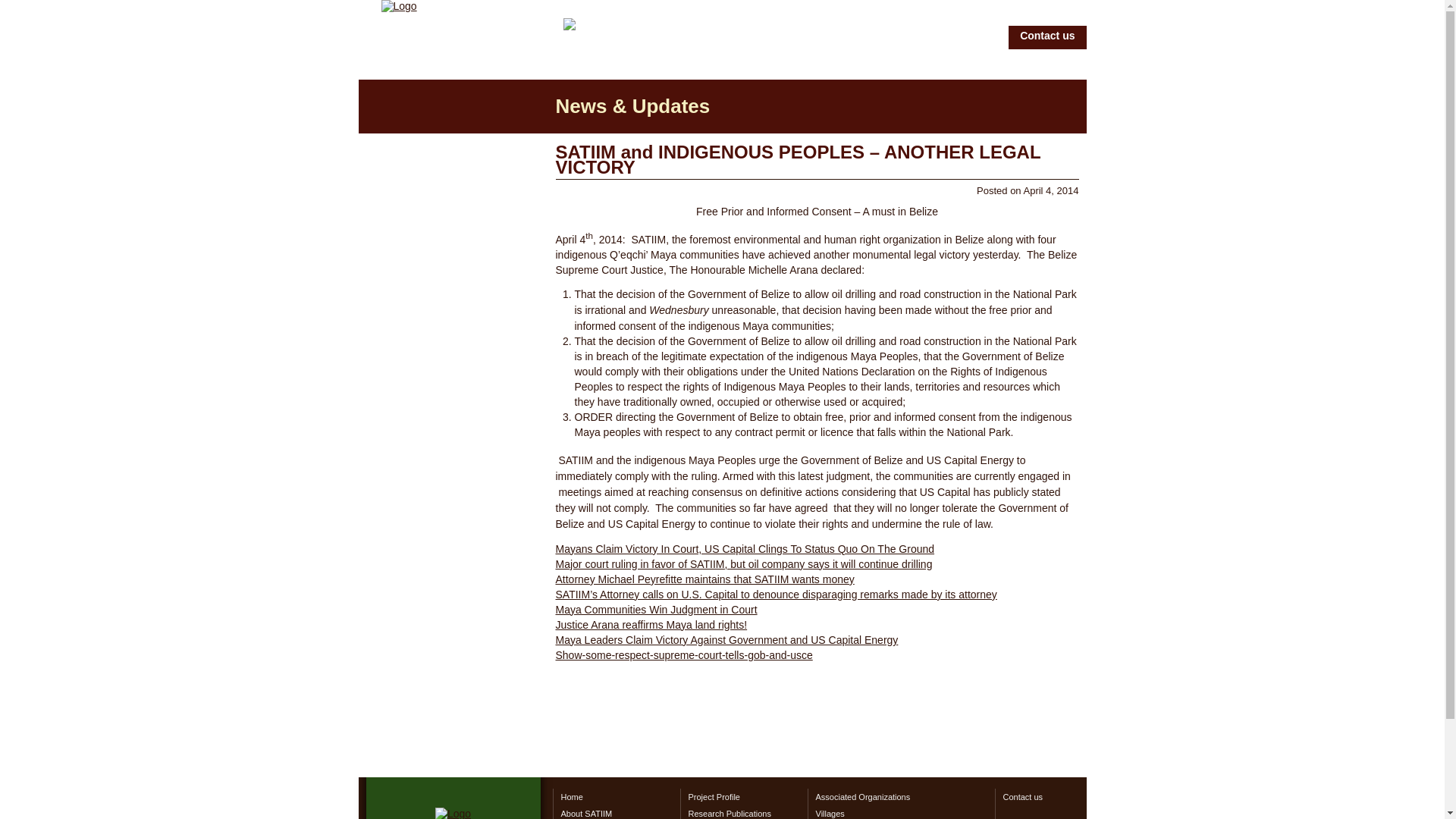 The height and width of the screenshot is (819, 1456). I want to click on 'Contact us', so click(1046, 36).